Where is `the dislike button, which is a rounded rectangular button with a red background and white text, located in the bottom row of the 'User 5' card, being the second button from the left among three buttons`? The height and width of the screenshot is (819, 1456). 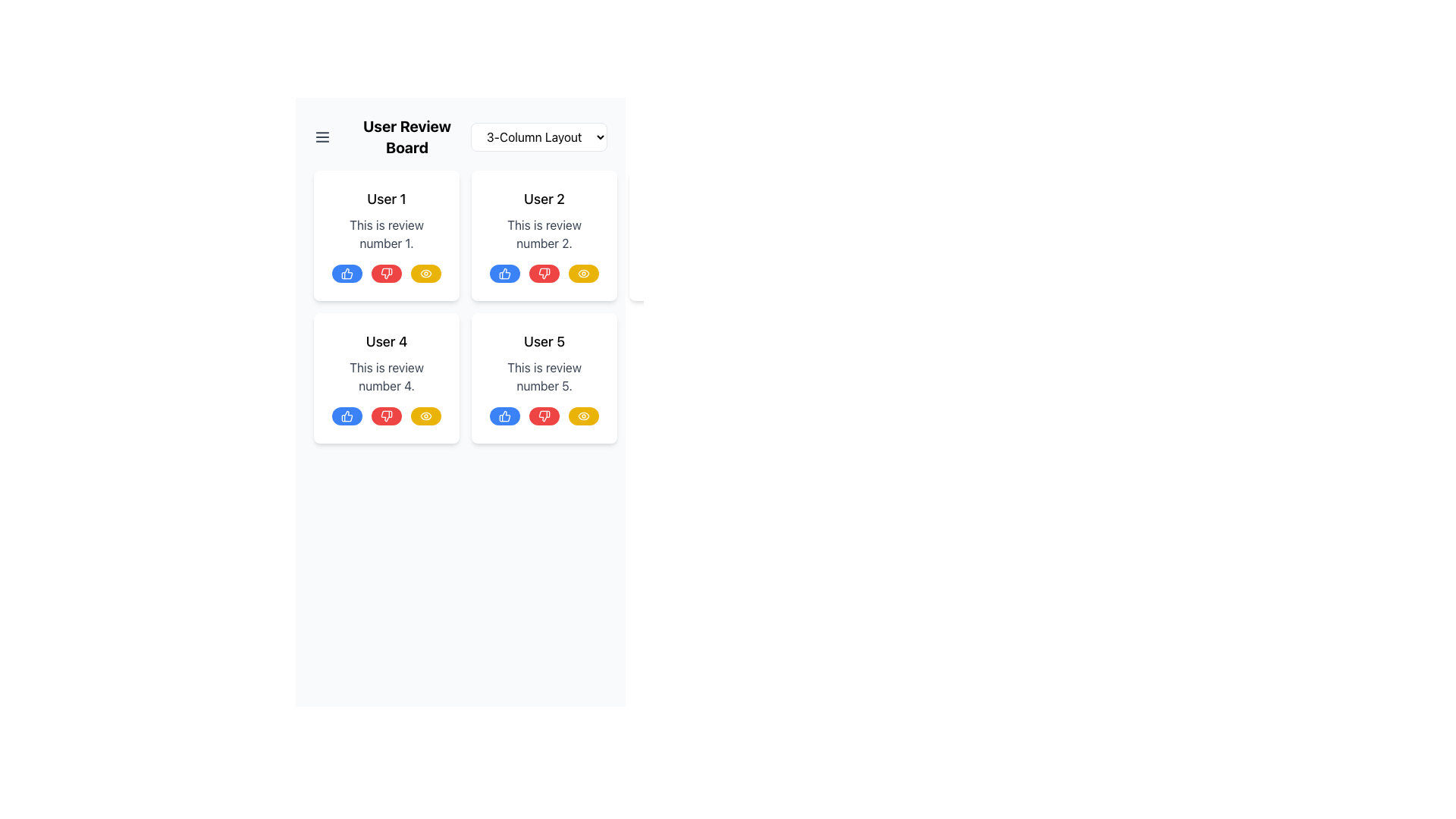 the dislike button, which is a rounded rectangular button with a red background and white text, located in the bottom row of the 'User 5' card, being the second button from the left among three buttons is located at coordinates (544, 416).